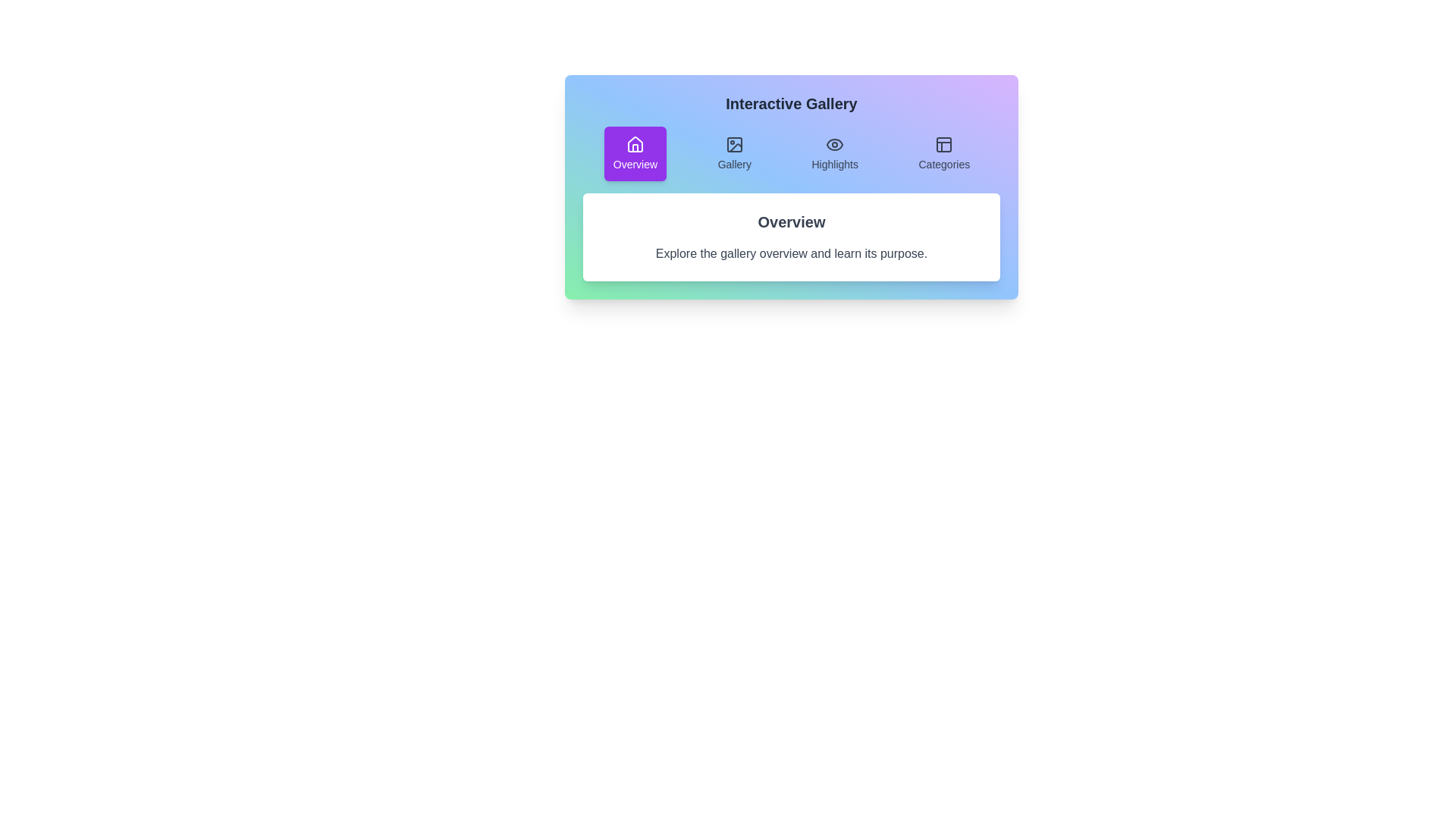 This screenshot has width=1456, height=819. I want to click on the Gallery tab by clicking on it, so click(734, 154).